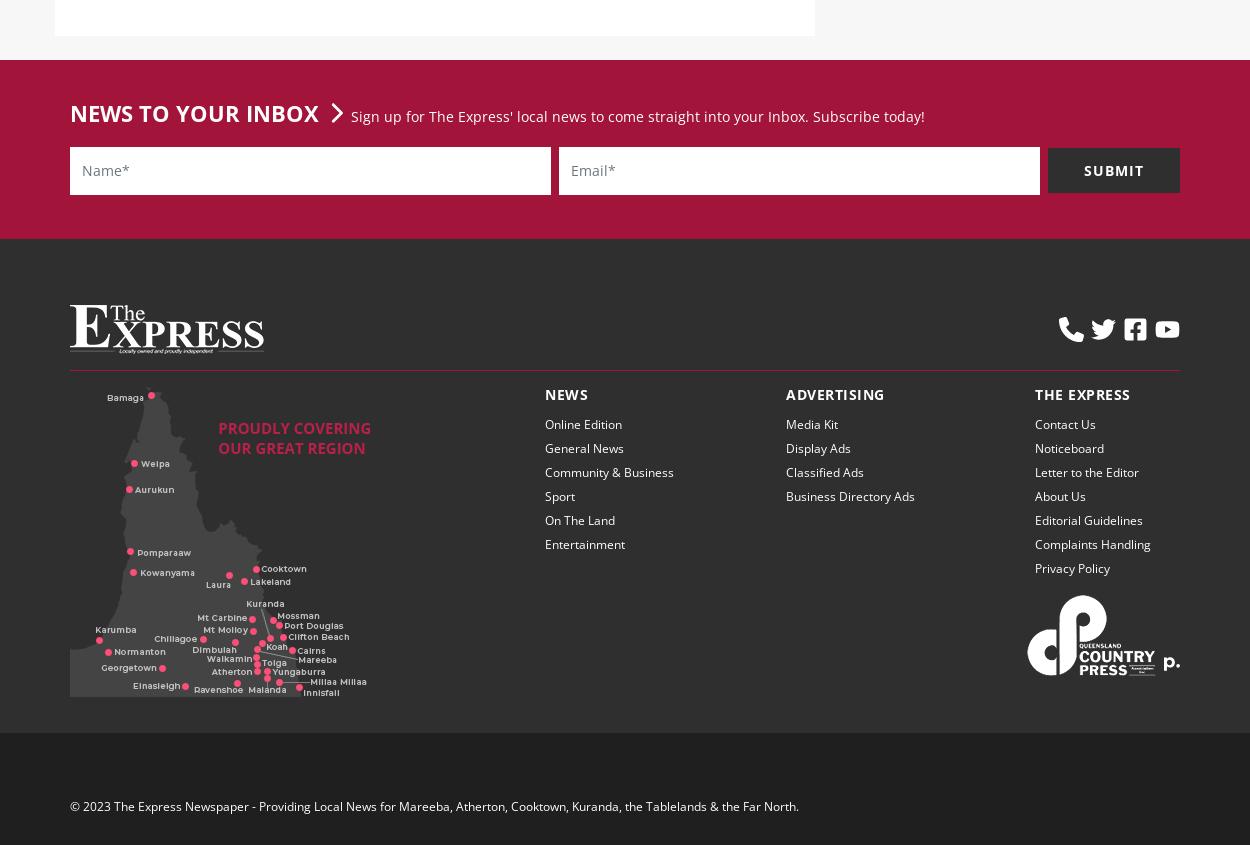 This screenshot has height=845, width=1250. Describe the element at coordinates (1035, 511) in the screenshot. I see `'About Us'` at that location.